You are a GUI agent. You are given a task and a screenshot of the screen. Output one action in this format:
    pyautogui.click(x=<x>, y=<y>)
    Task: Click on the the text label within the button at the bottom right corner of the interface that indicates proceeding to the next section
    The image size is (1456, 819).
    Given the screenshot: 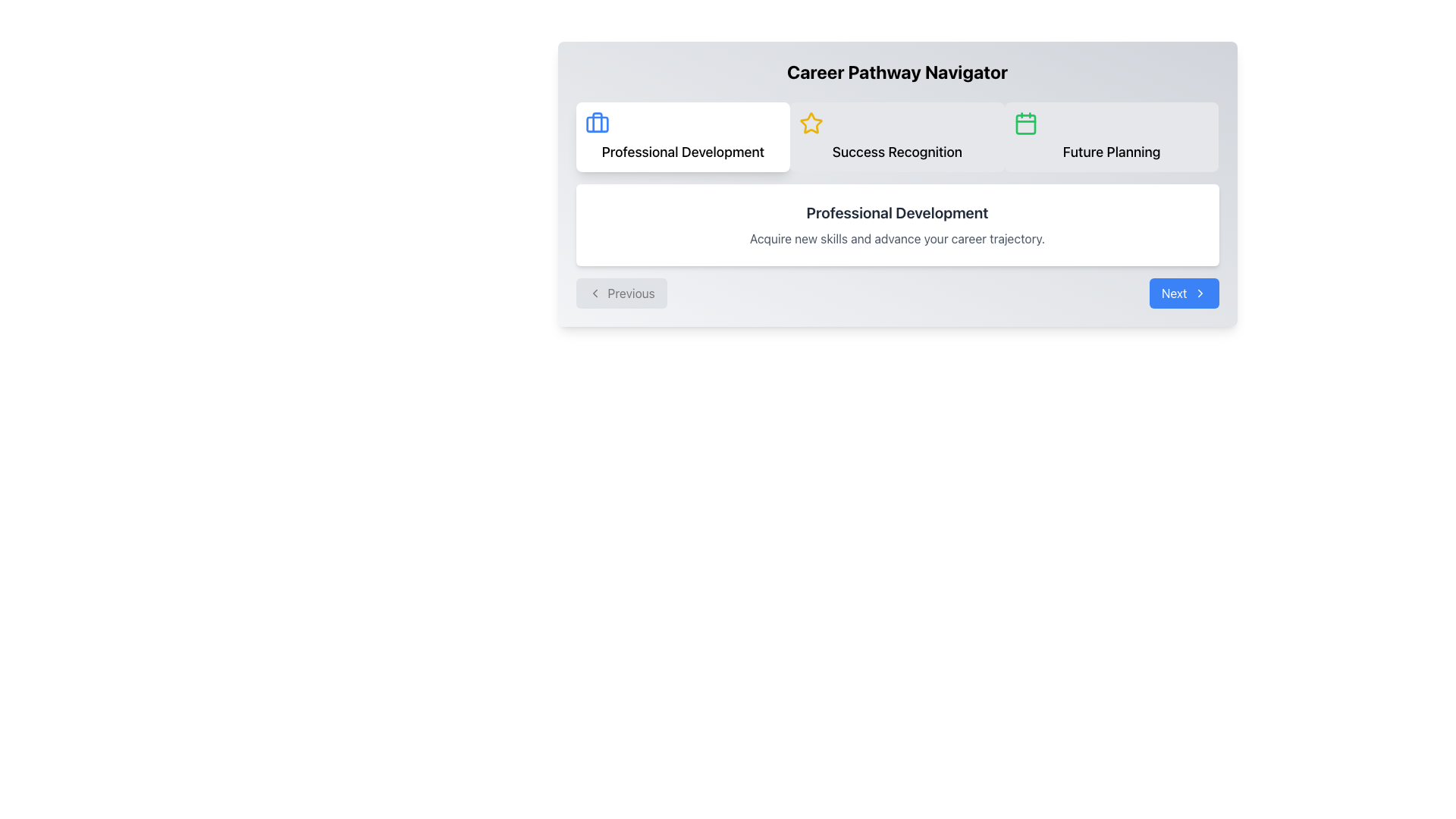 What is the action you would take?
    pyautogui.click(x=1173, y=293)
    